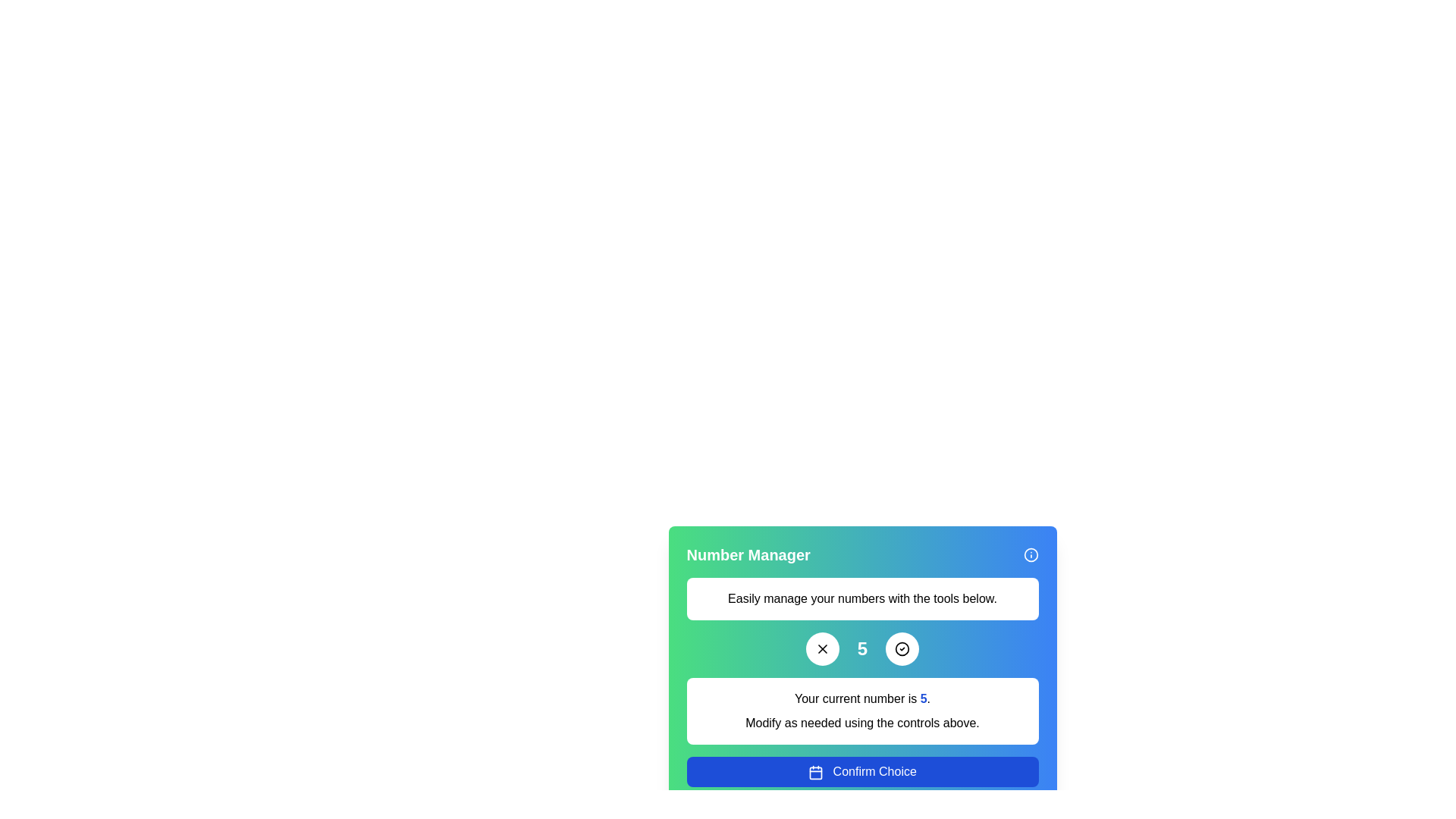 Image resolution: width=1456 pixels, height=819 pixels. Describe the element at coordinates (923, 698) in the screenshot. I see `the bold, blue-colored number '5' within the sentence 'Your current number is 5.'` at that location.